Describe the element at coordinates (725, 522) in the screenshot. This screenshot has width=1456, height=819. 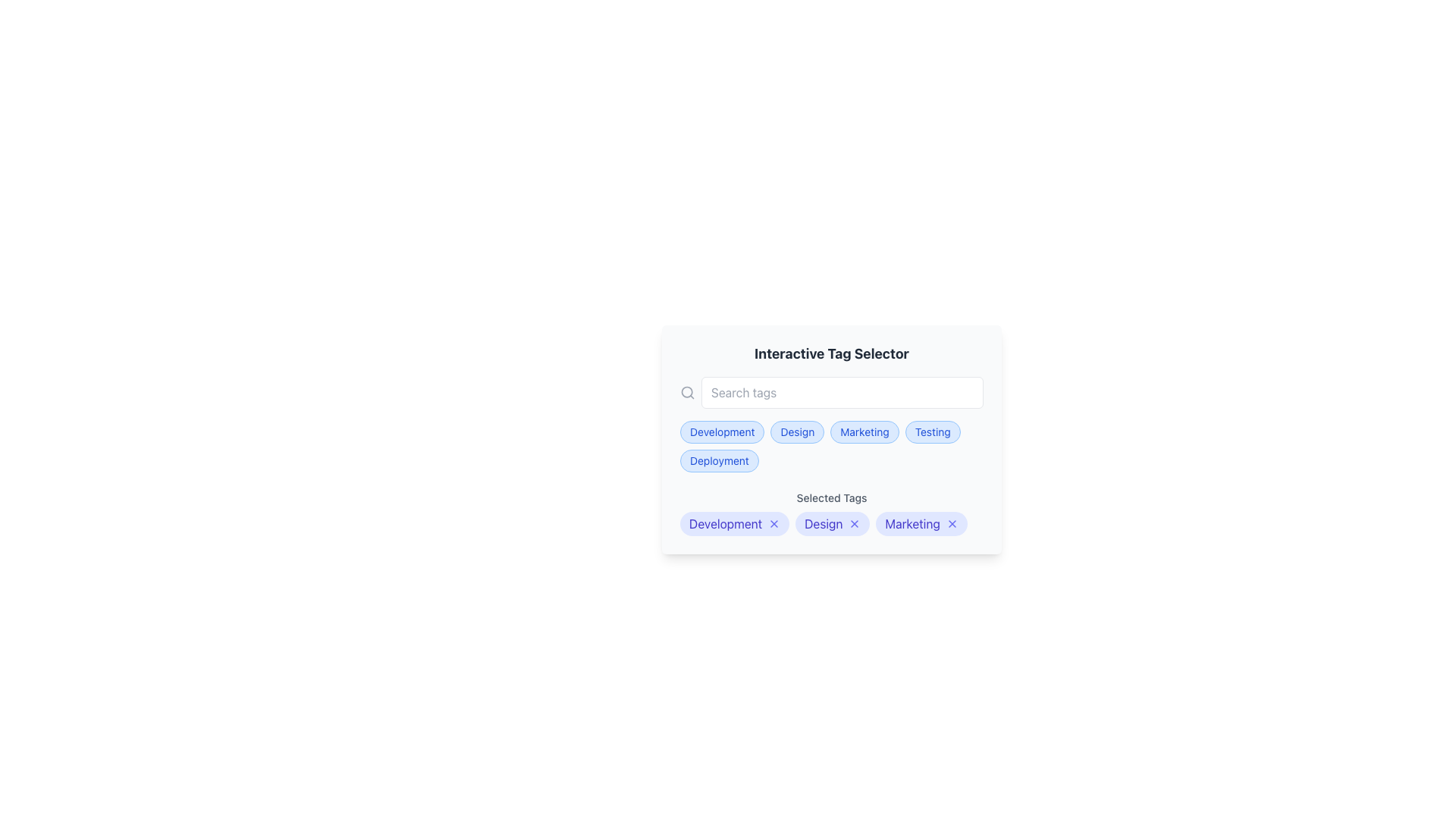
I see `the text label in the 'Selected Tags' section` at that location.